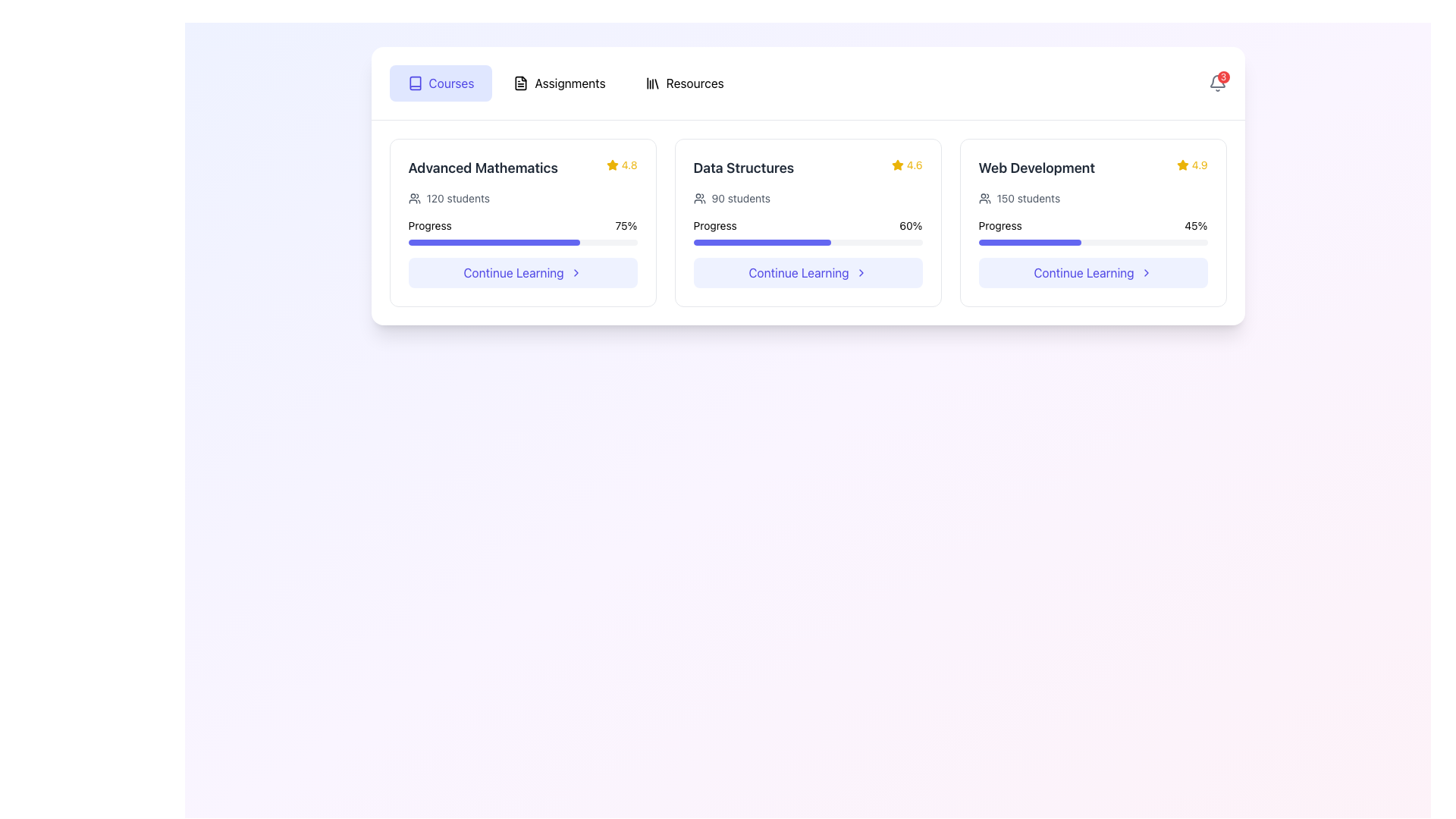 This screenshot has height=819, width=1456. What do you see at coordinates (429, 225) in the screenshot?
I see `the 'Progress' text label that displays the percentage of completion for 'Advanced Mathematics'` at bounding box center [429, 225].